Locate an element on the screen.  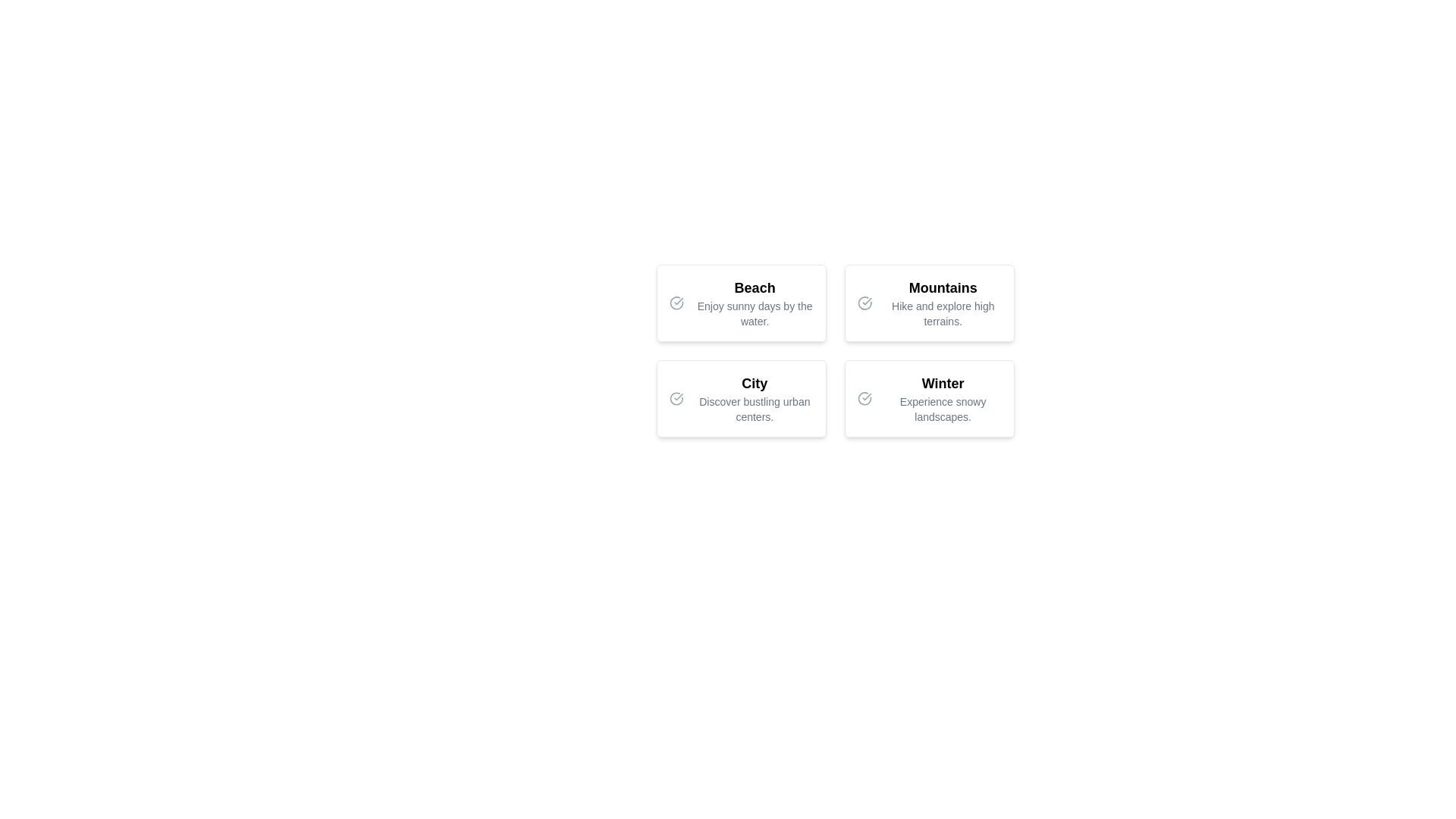
the third card in the 2x2 grid layout, which represents the 'City' option, to indicate interest is located at coordinates (742, 397).